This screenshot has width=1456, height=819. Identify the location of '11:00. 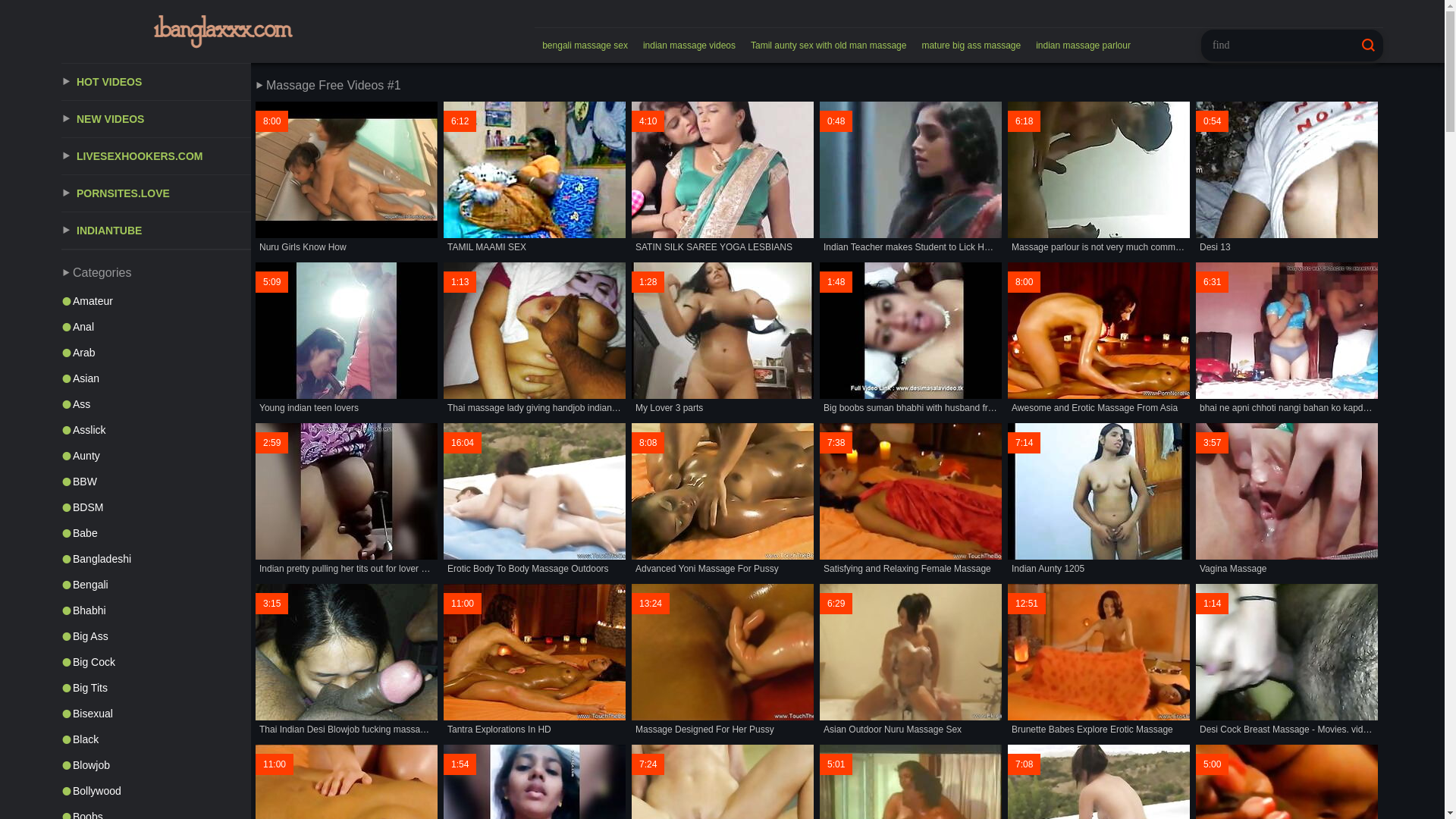
(535, 660).